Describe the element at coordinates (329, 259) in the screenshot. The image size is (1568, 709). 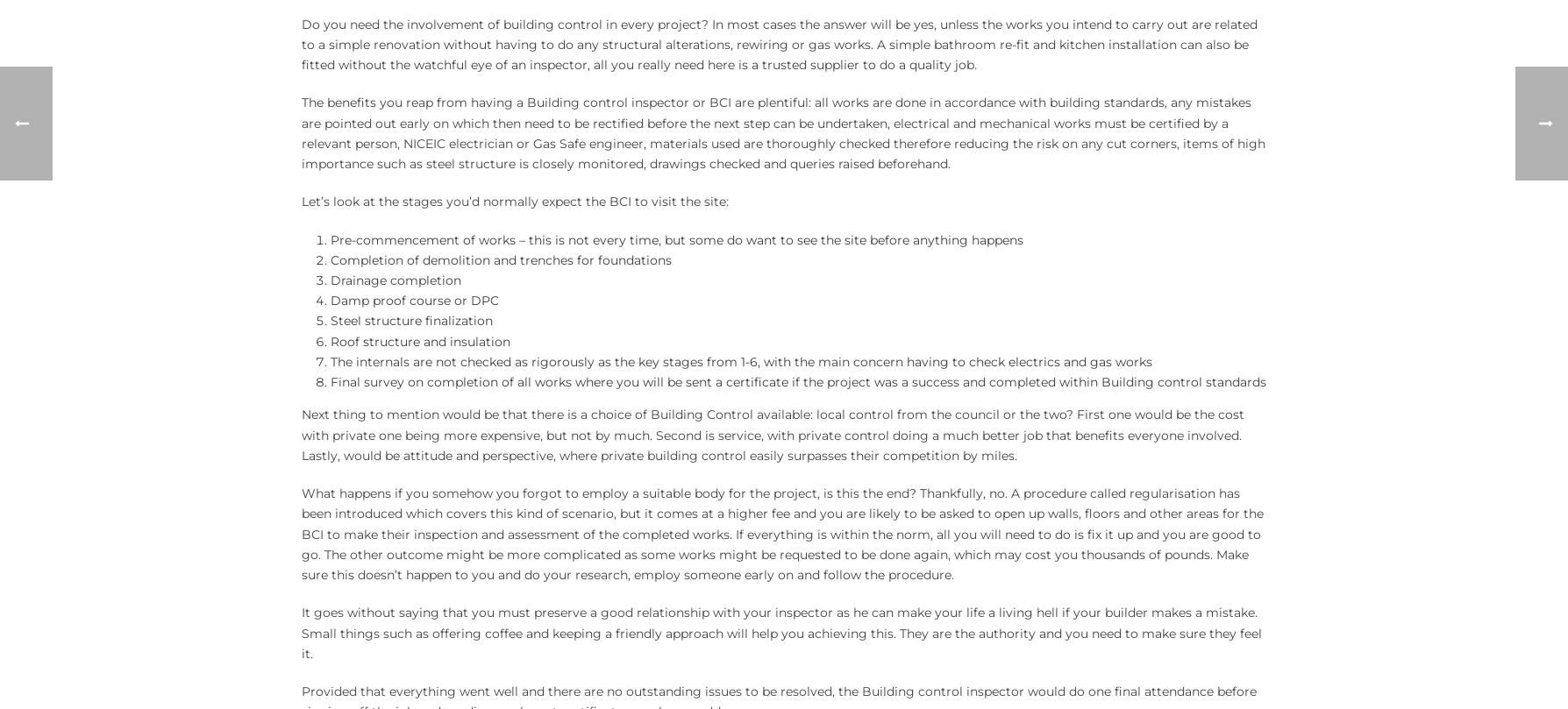
I see `'Completion of demolition and
trenches for foundations'` at that location.